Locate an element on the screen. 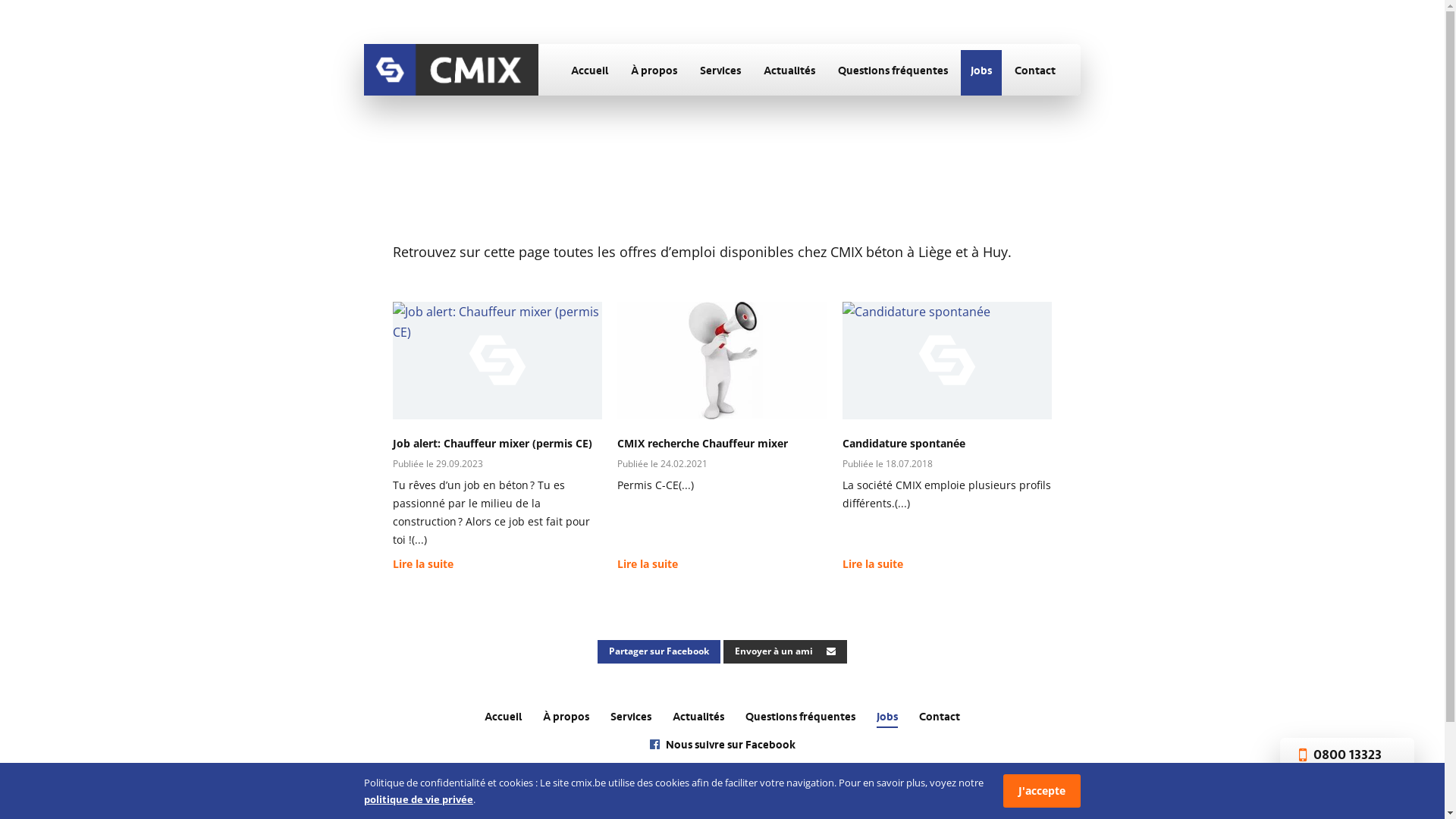 The image size is (1456, 819). 'J'accepte' is located at coordinates (1040, 789).